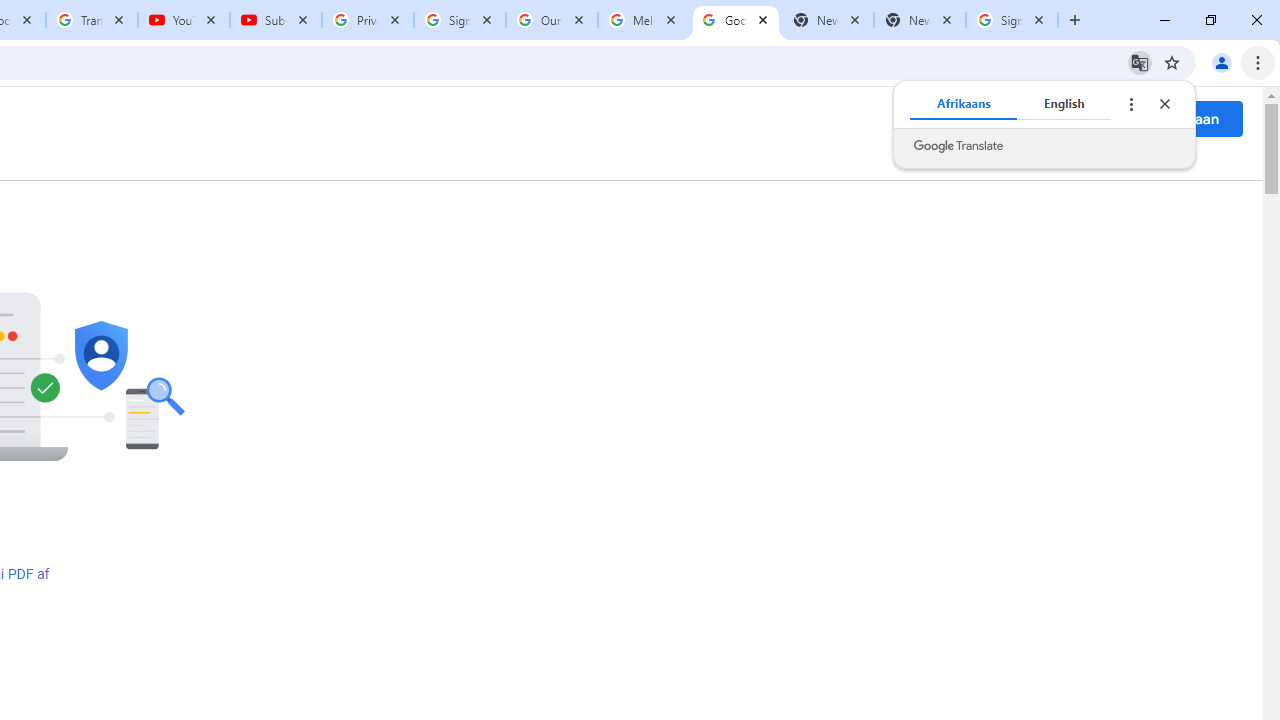 The width and height of the screenshot is (1280, 720). Describe the element at coordinates (1130, 104) in the screenshot. I see `'Translate options'` at that location.